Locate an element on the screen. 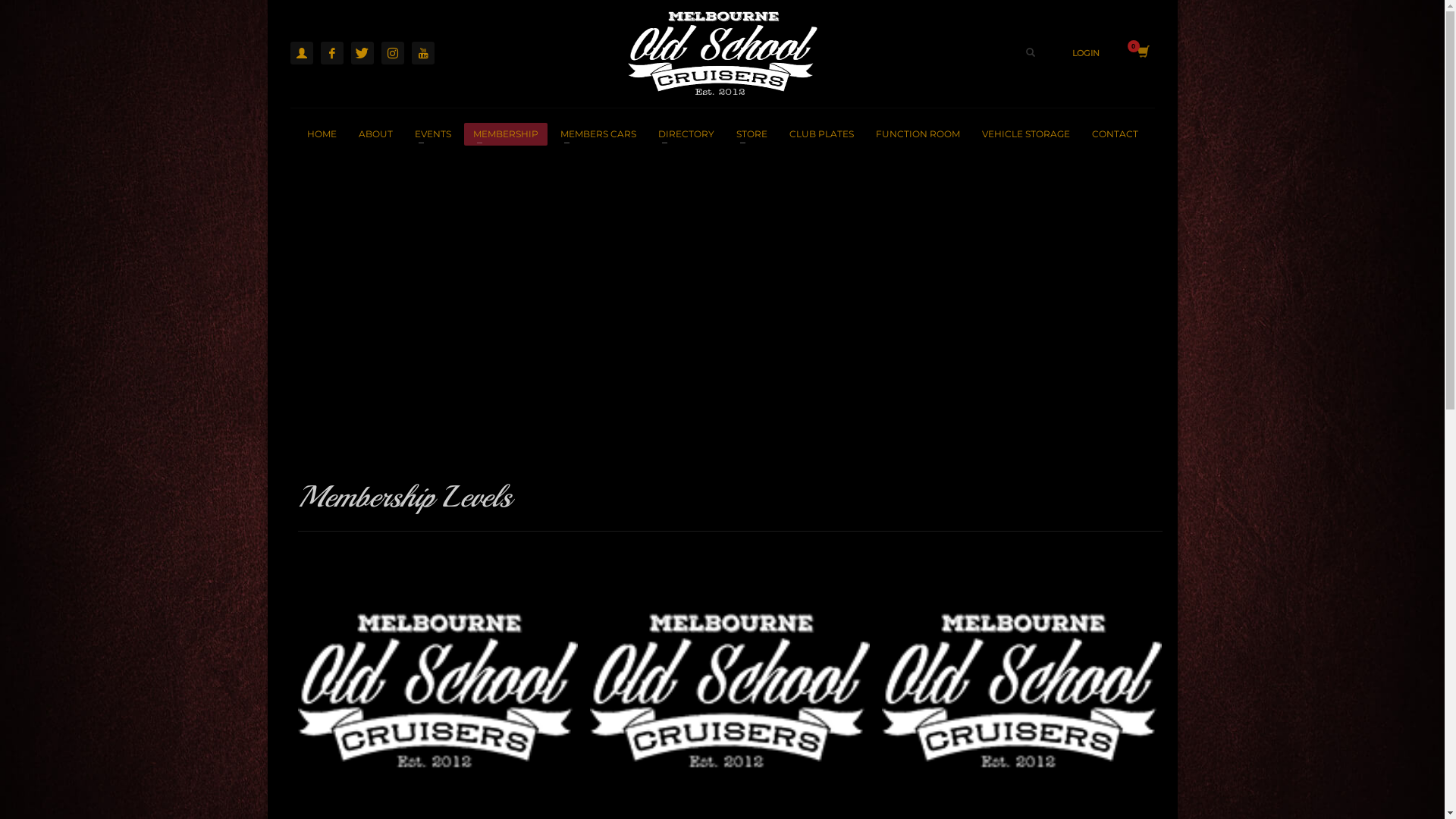 This screenshot has height=819, width=1456. 'Instagram' is located at coordinates (392, 52).